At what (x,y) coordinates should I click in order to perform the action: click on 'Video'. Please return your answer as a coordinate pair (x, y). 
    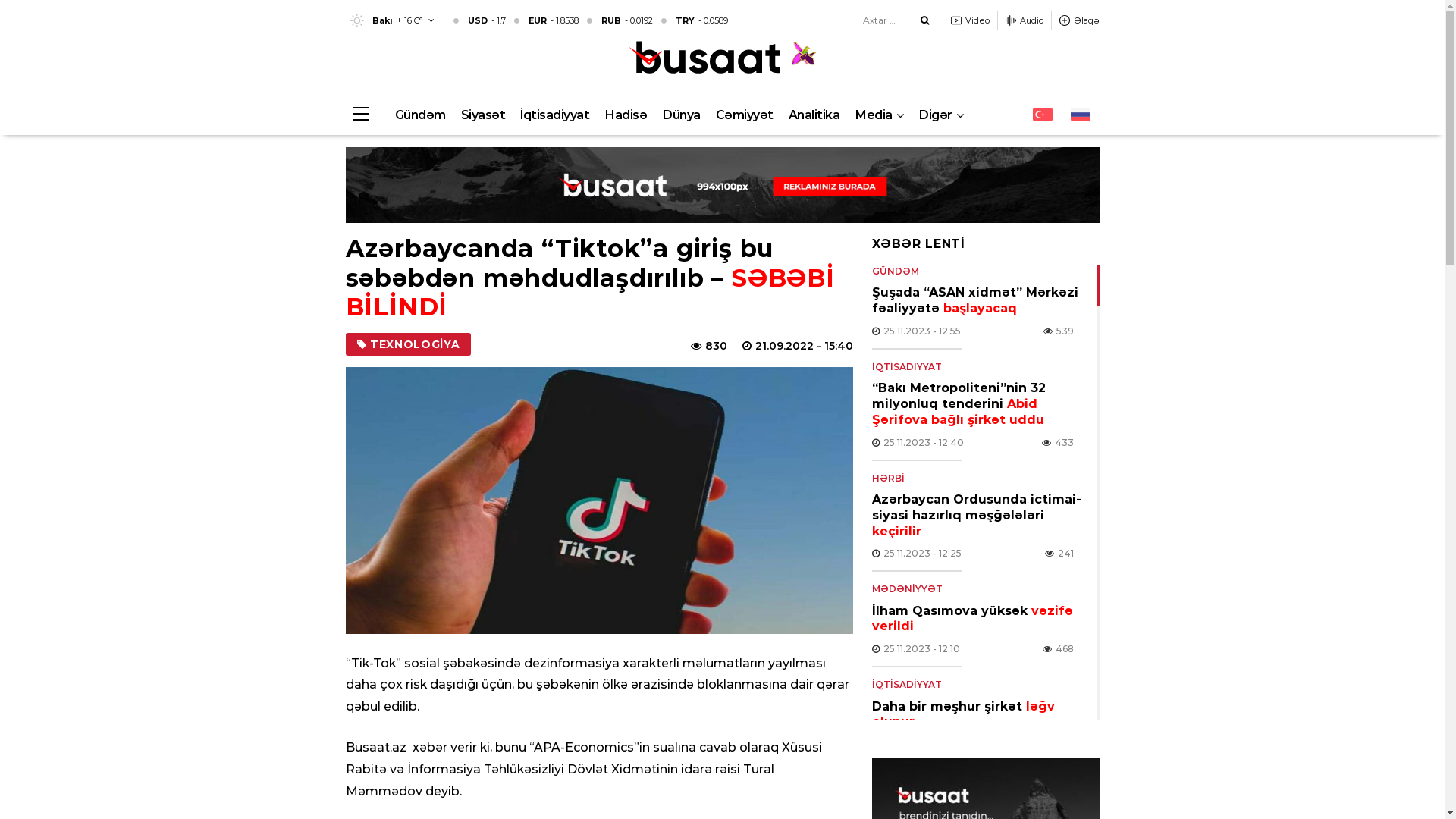
    Looking at the image, I should click on (949, 20).